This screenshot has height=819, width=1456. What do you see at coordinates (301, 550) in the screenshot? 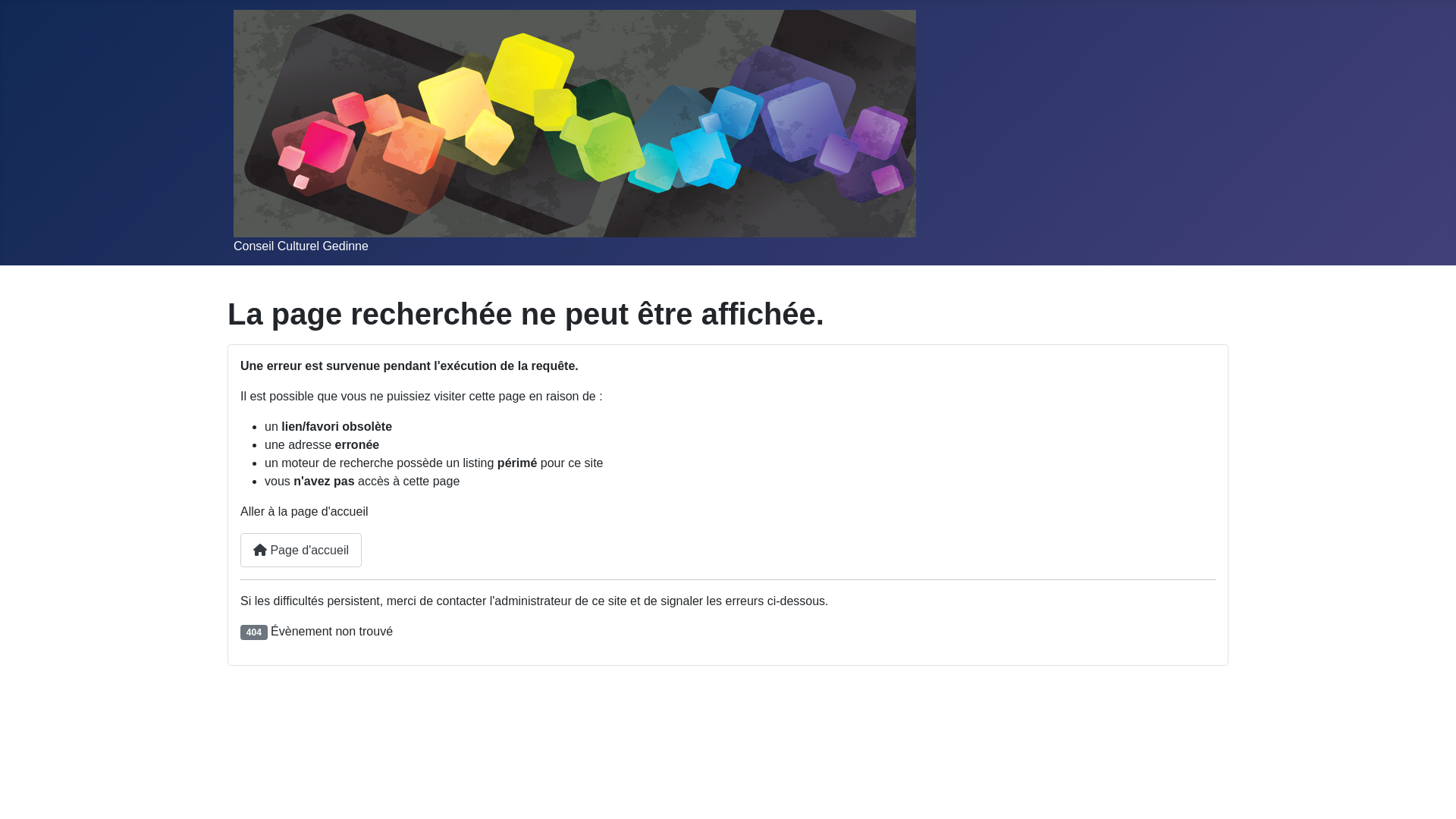
I see `'Page d'accueil'` at bounding box center [301, 550].